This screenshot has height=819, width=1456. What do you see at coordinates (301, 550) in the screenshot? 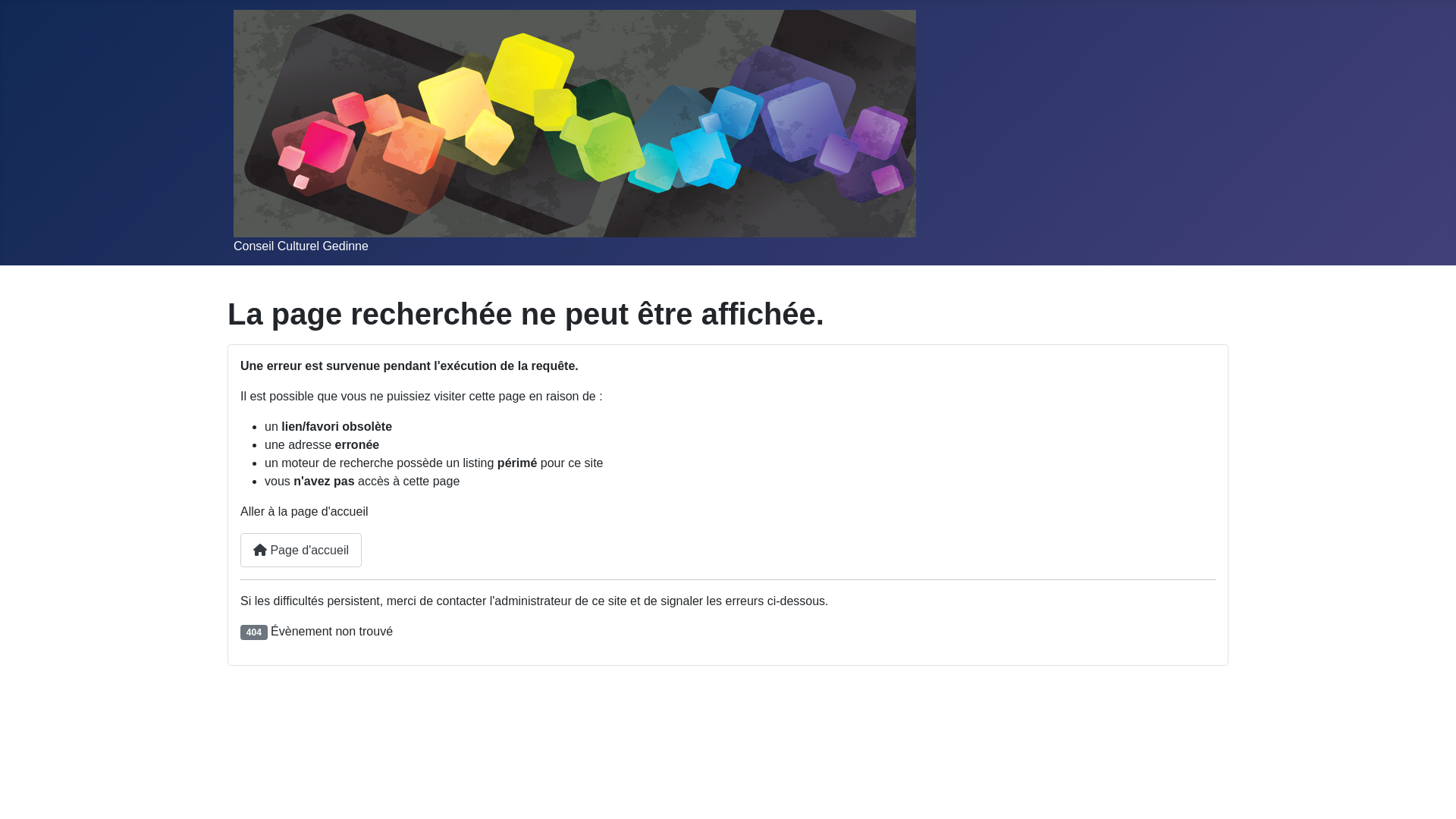
I see `'Page d'accueil'` at bounding box center [301, 550].